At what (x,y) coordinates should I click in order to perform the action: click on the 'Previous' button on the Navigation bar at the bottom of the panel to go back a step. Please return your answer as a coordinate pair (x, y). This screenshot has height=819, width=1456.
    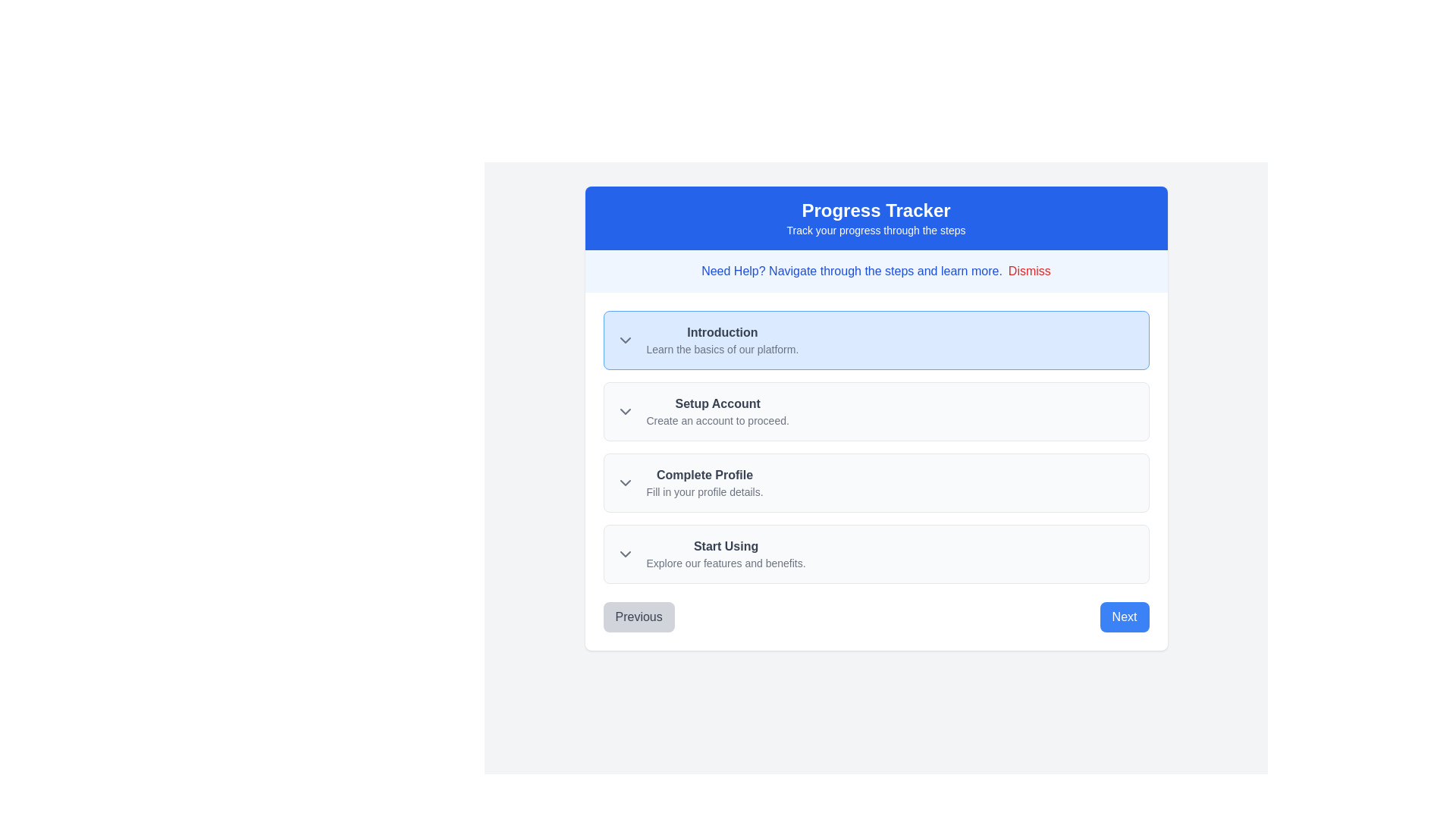
    Looking at the image, I should click on (876, 617).